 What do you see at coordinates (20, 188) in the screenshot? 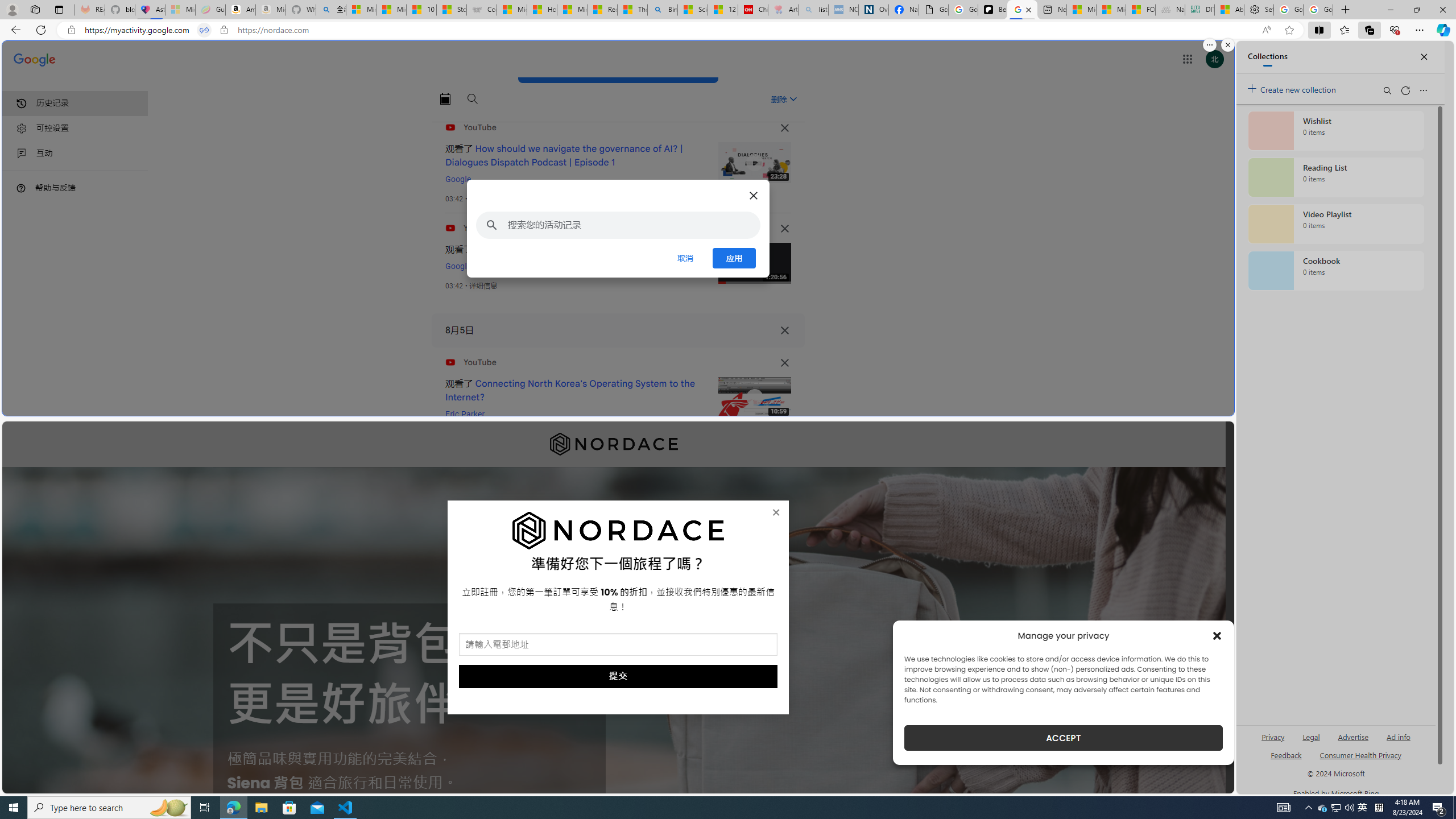
I see `'Class: DTiKkd NMm5M'` at bounding box center [20, 188].